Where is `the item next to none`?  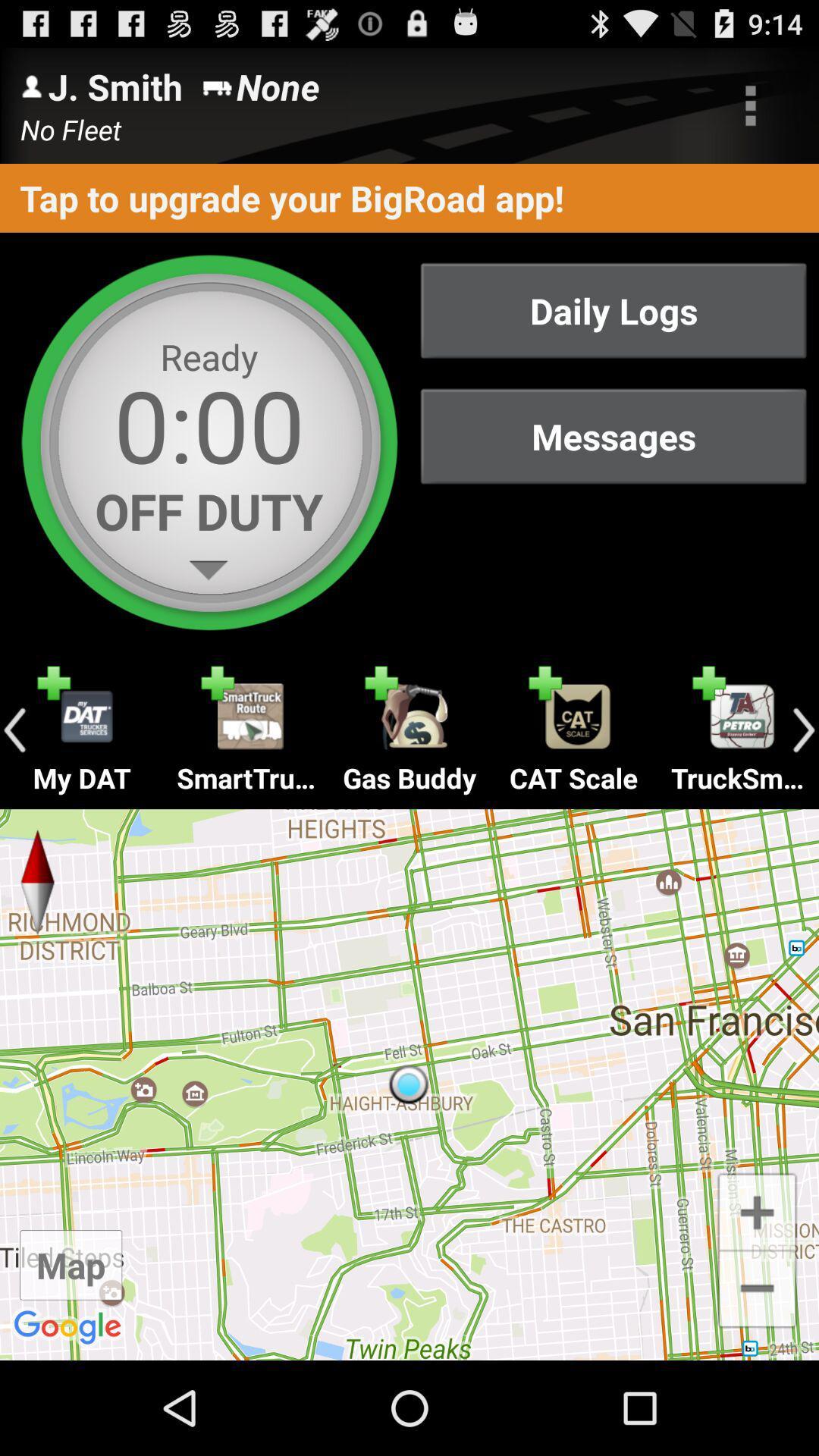 the item next to none is located at coordinates (751, 105).